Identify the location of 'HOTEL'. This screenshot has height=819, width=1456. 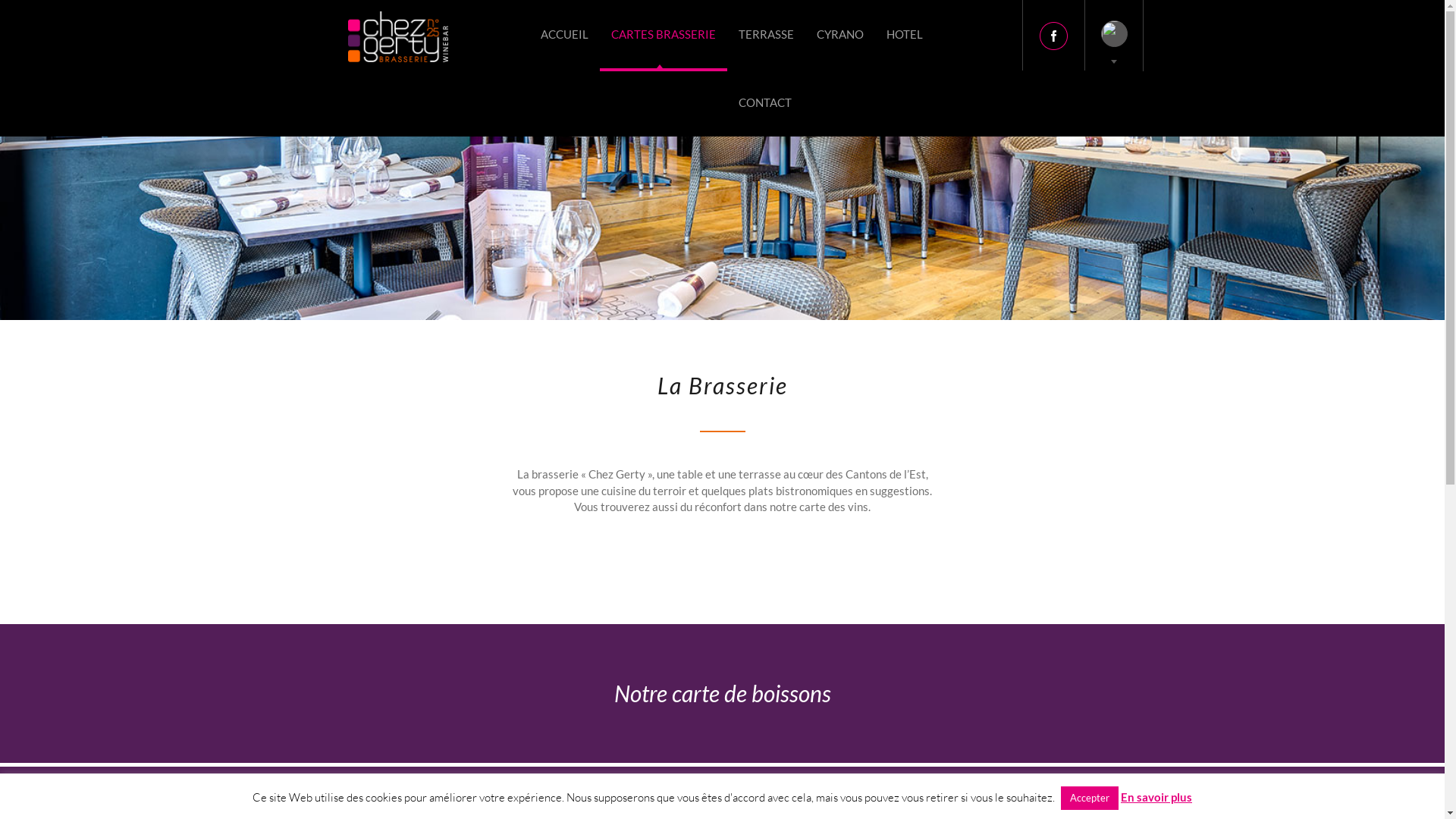
(874, 34).